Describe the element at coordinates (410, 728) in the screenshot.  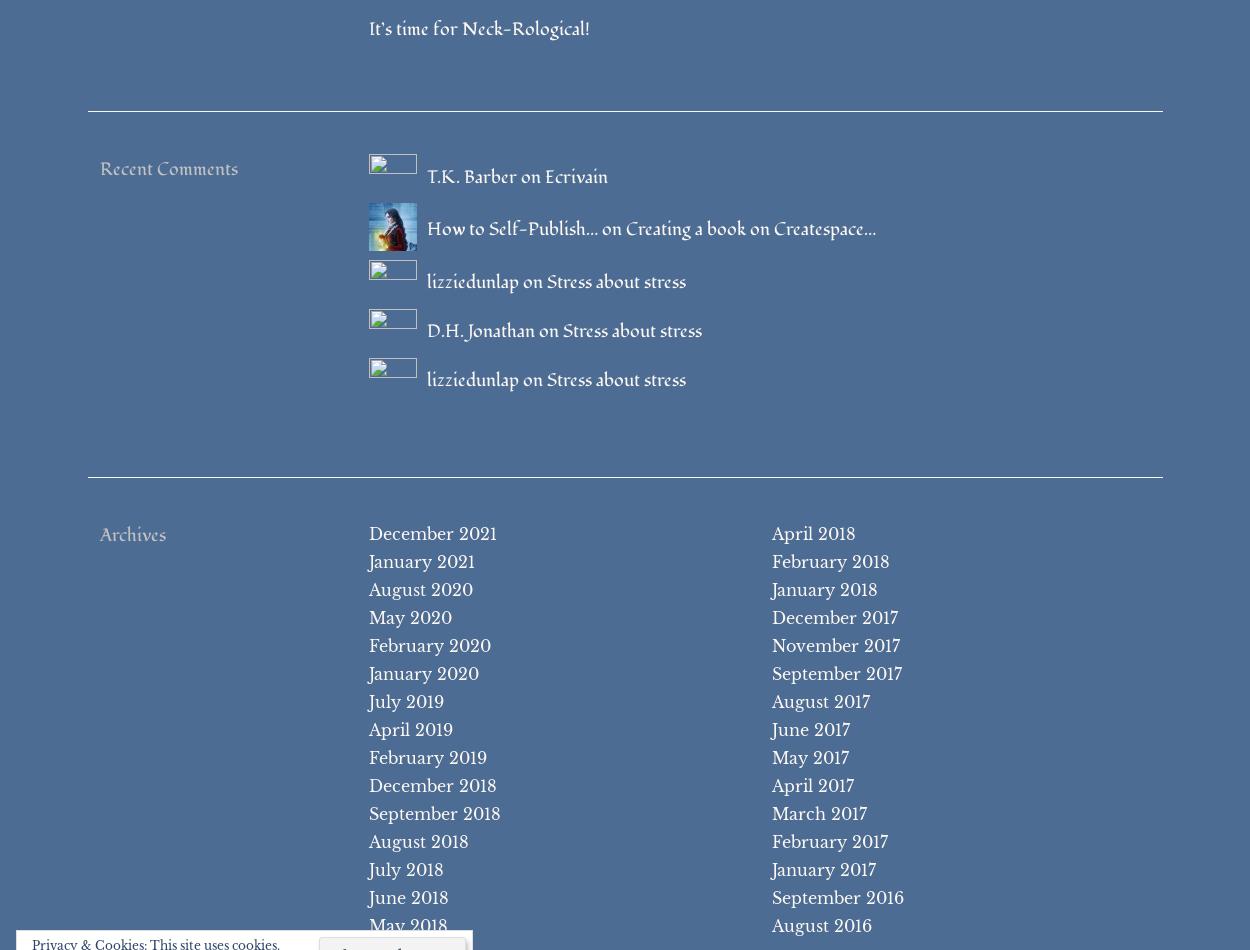
I see `'April 2019'` at that location.